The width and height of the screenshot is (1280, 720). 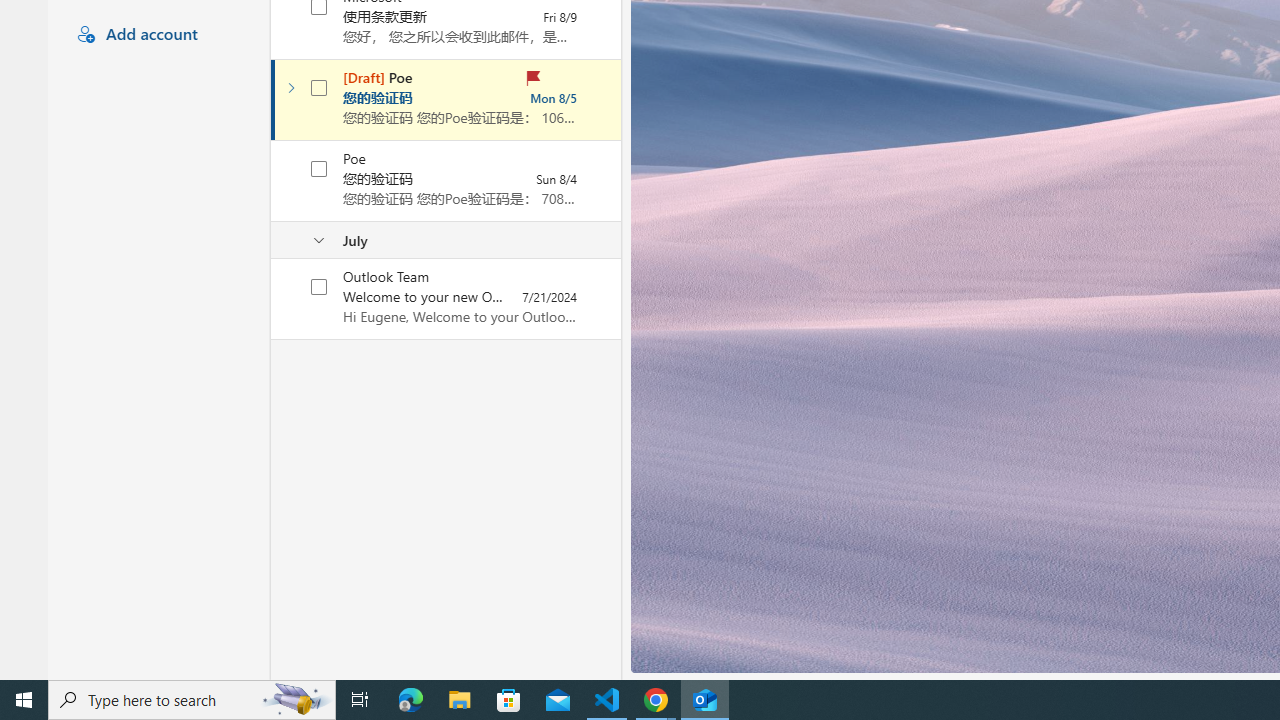 What do you see at coordinates (290, 87) in the screenshot?
I see `'Expand conversation'` at bounding box center [290, 87].